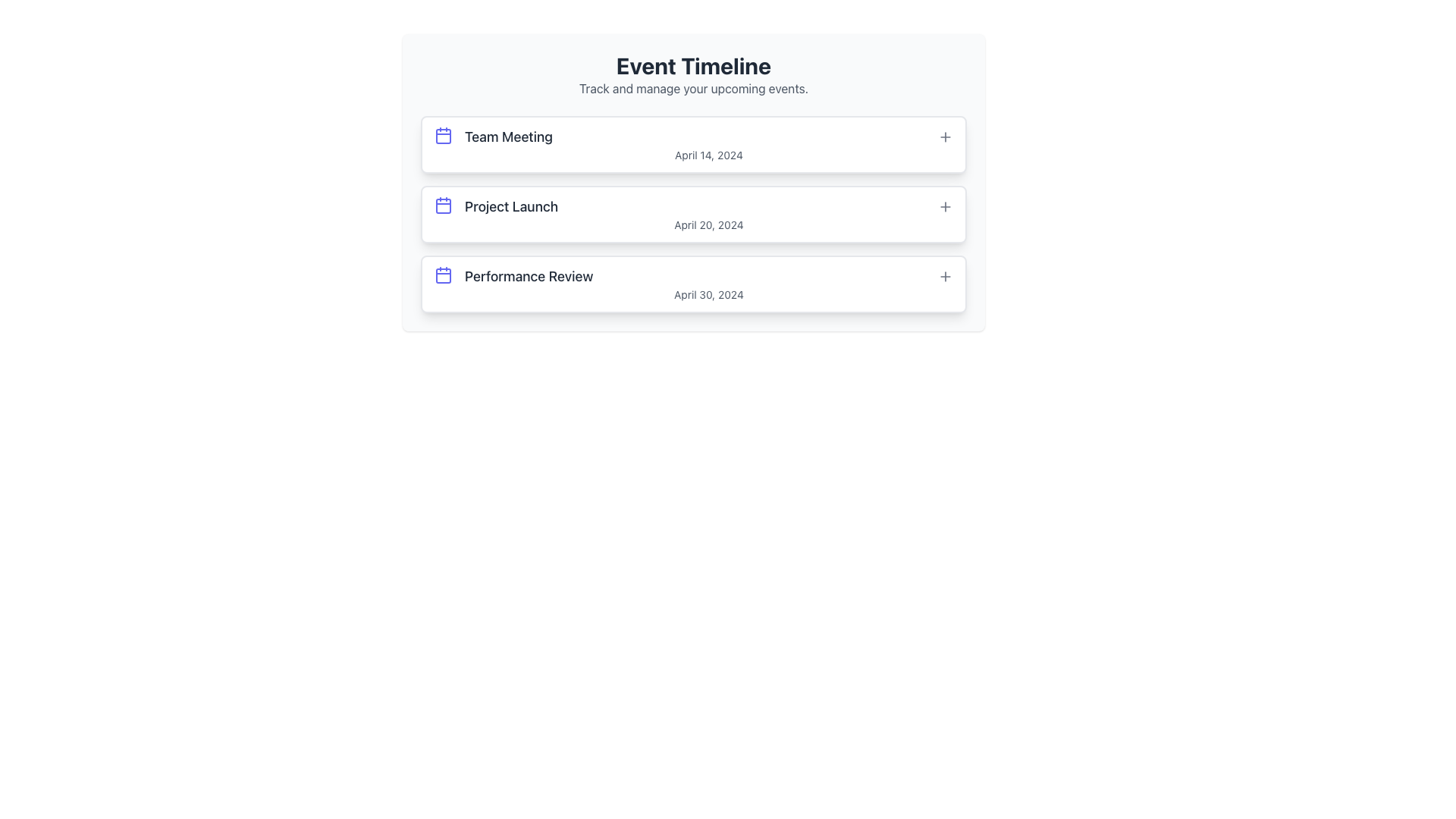  I want to click on the 'Project Launch' text label which displays event details in a bold, dark gray font, positioned between 'Team Meeting' and 'Performance Review', so click(511, 207).